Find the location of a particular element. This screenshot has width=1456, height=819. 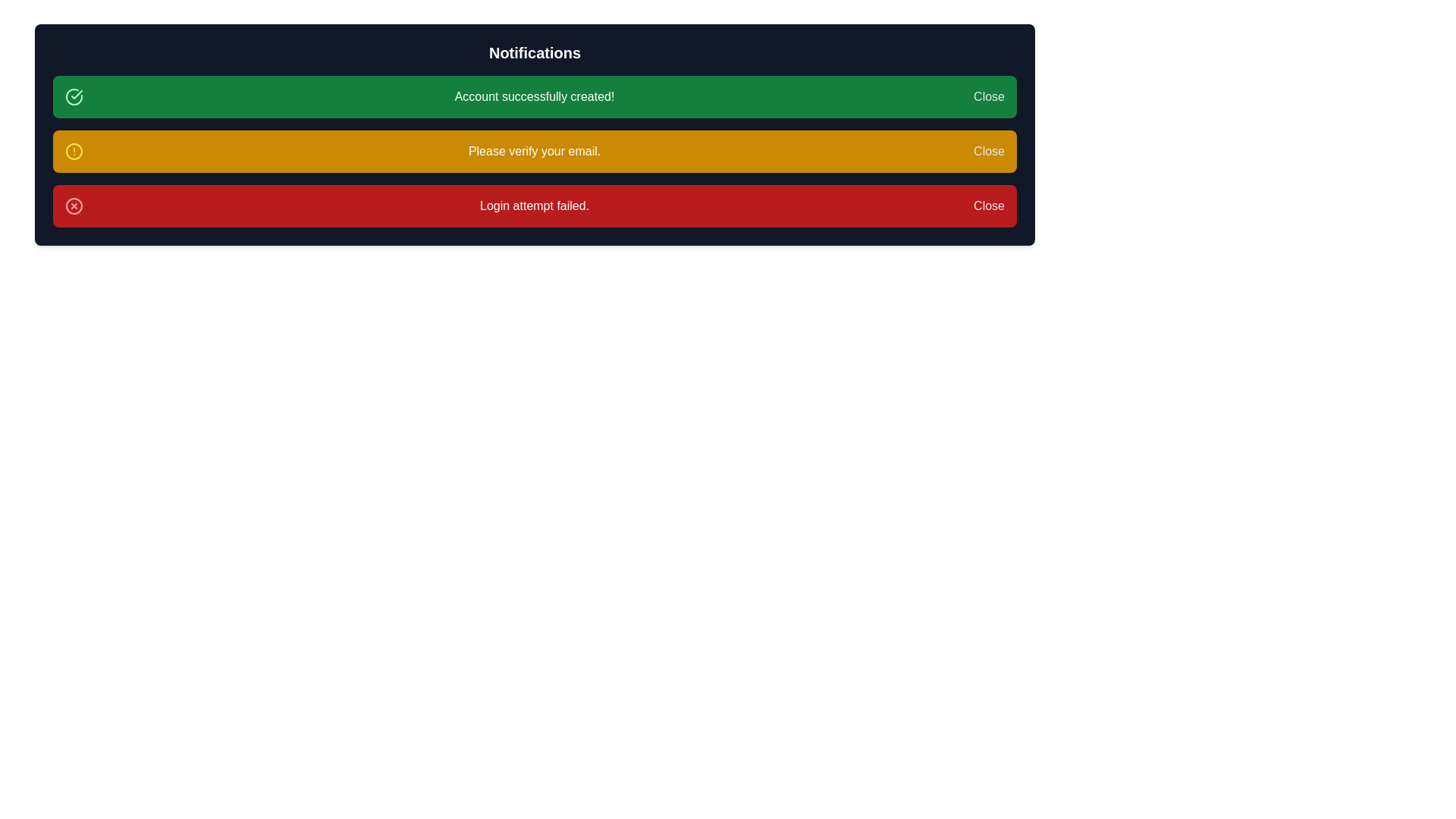

the green circle icon with a white outline and a checkmark inside it, located on the left side of the notification bar that displays 'Account successfully created!' is located at coordinates (73, 96).